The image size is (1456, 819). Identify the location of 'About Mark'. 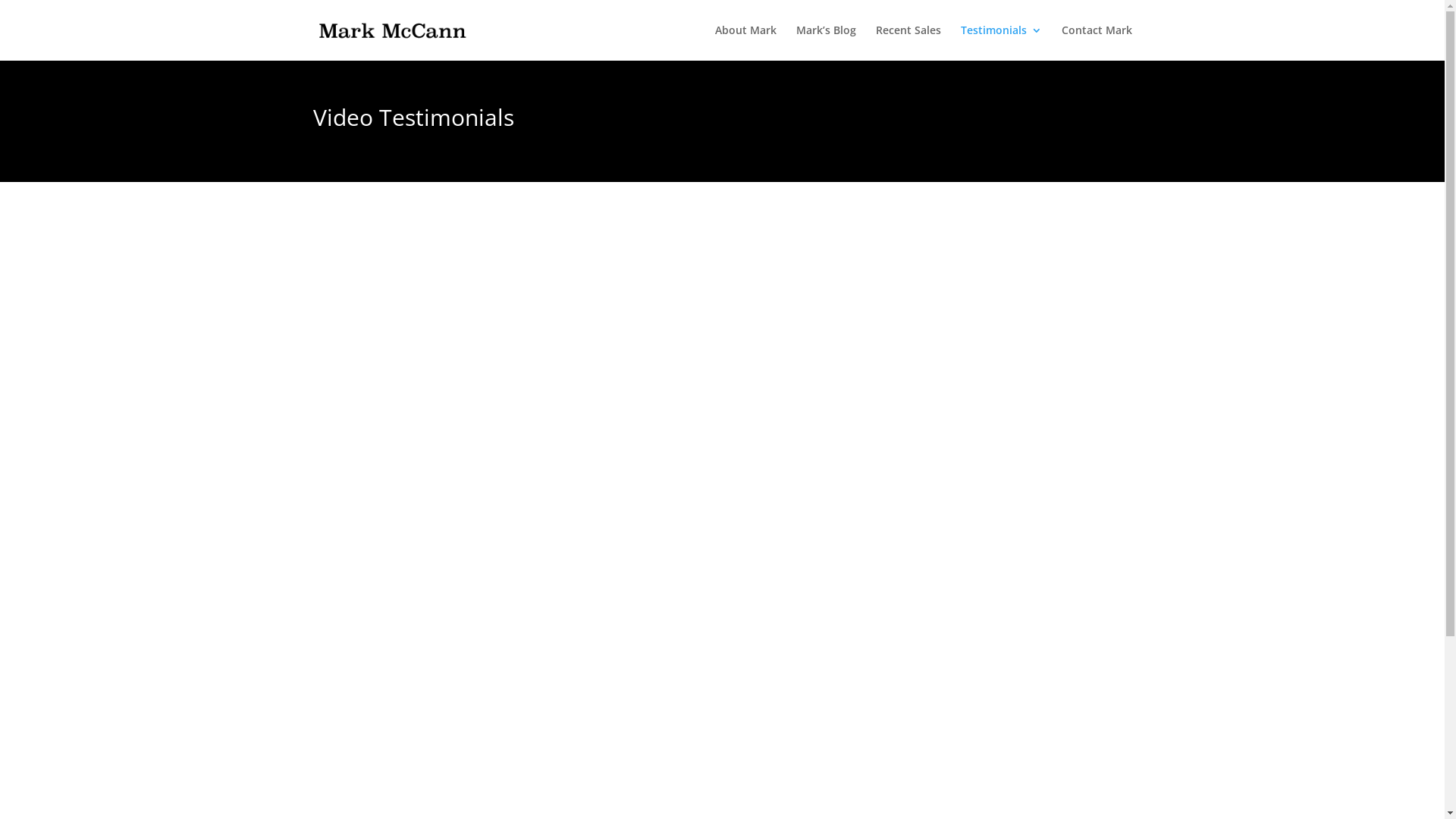
(745, 42).